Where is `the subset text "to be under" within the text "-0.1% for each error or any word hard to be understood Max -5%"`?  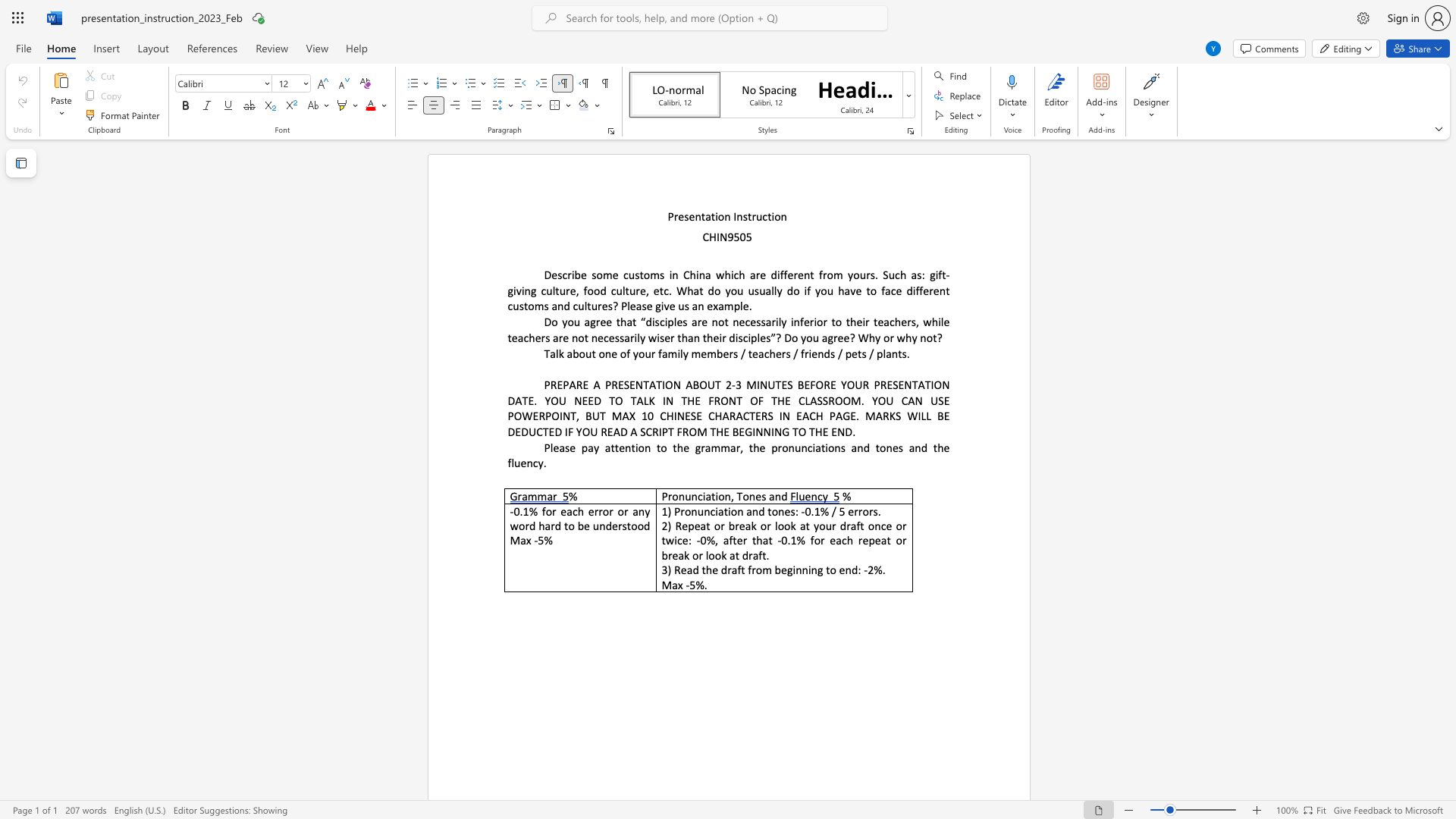
the subset text "to be under" within the text "-0.1% for each error or any word hard to be understood Max -5%" is located at coordinates (563, 525).